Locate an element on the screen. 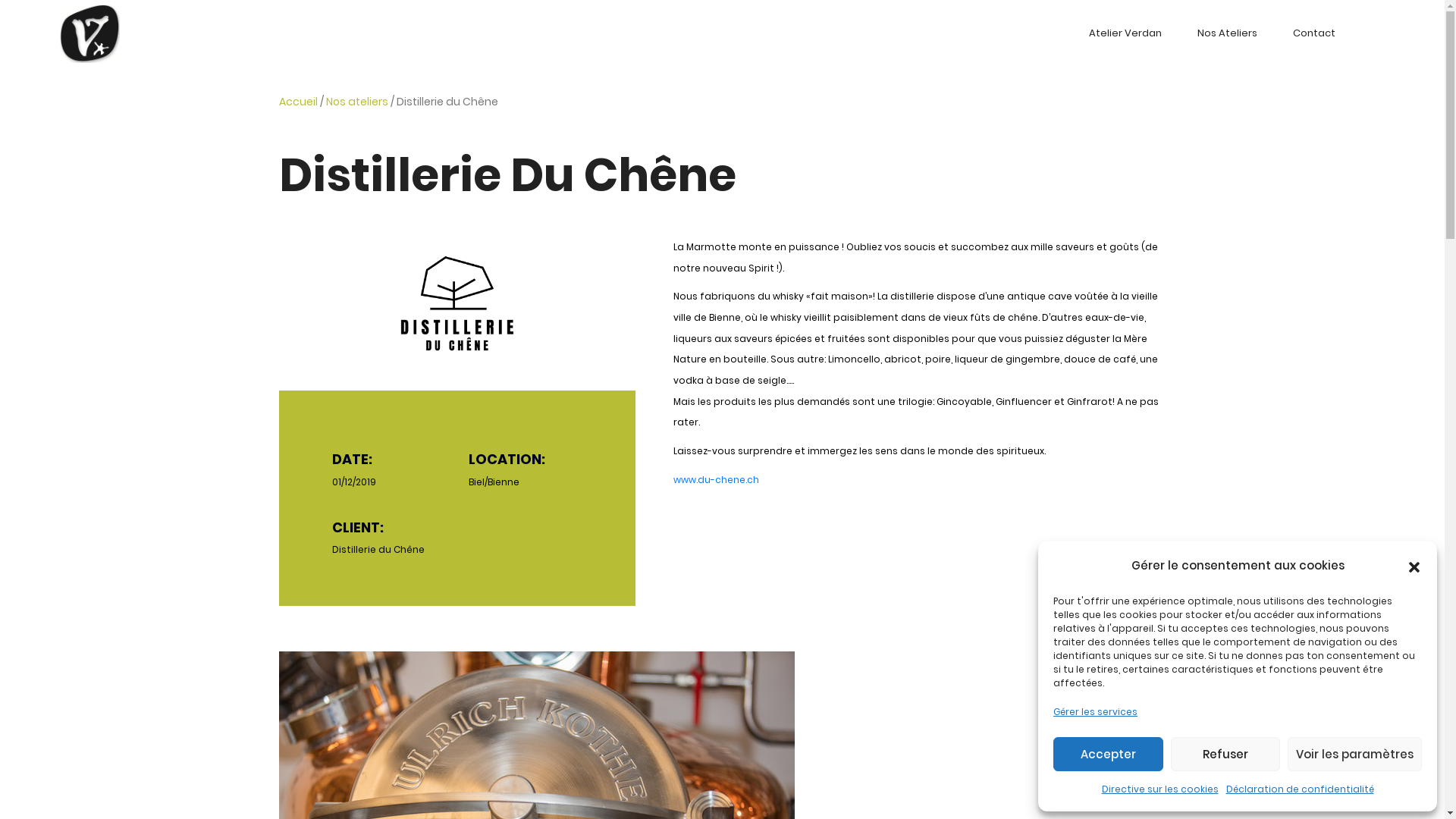 The height and width of the screenshot is (819, 1456). 'Accepter' is located at coordinates (1108, 754).